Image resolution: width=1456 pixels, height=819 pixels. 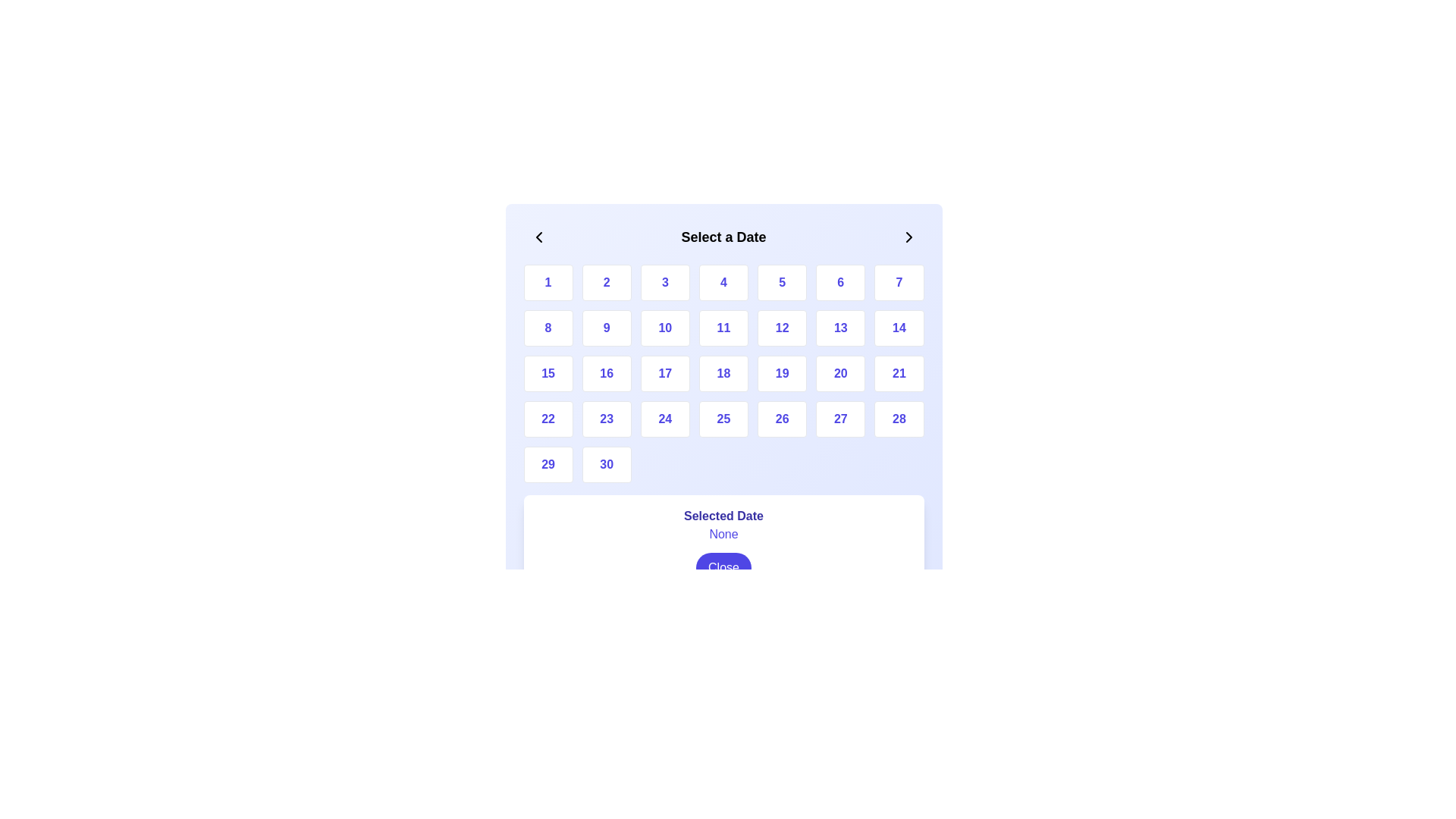 I want to click on the square-shaped button with rounded corners, white background, dark indigo border, and centered indigo text '8', so click(x=548, y=327).